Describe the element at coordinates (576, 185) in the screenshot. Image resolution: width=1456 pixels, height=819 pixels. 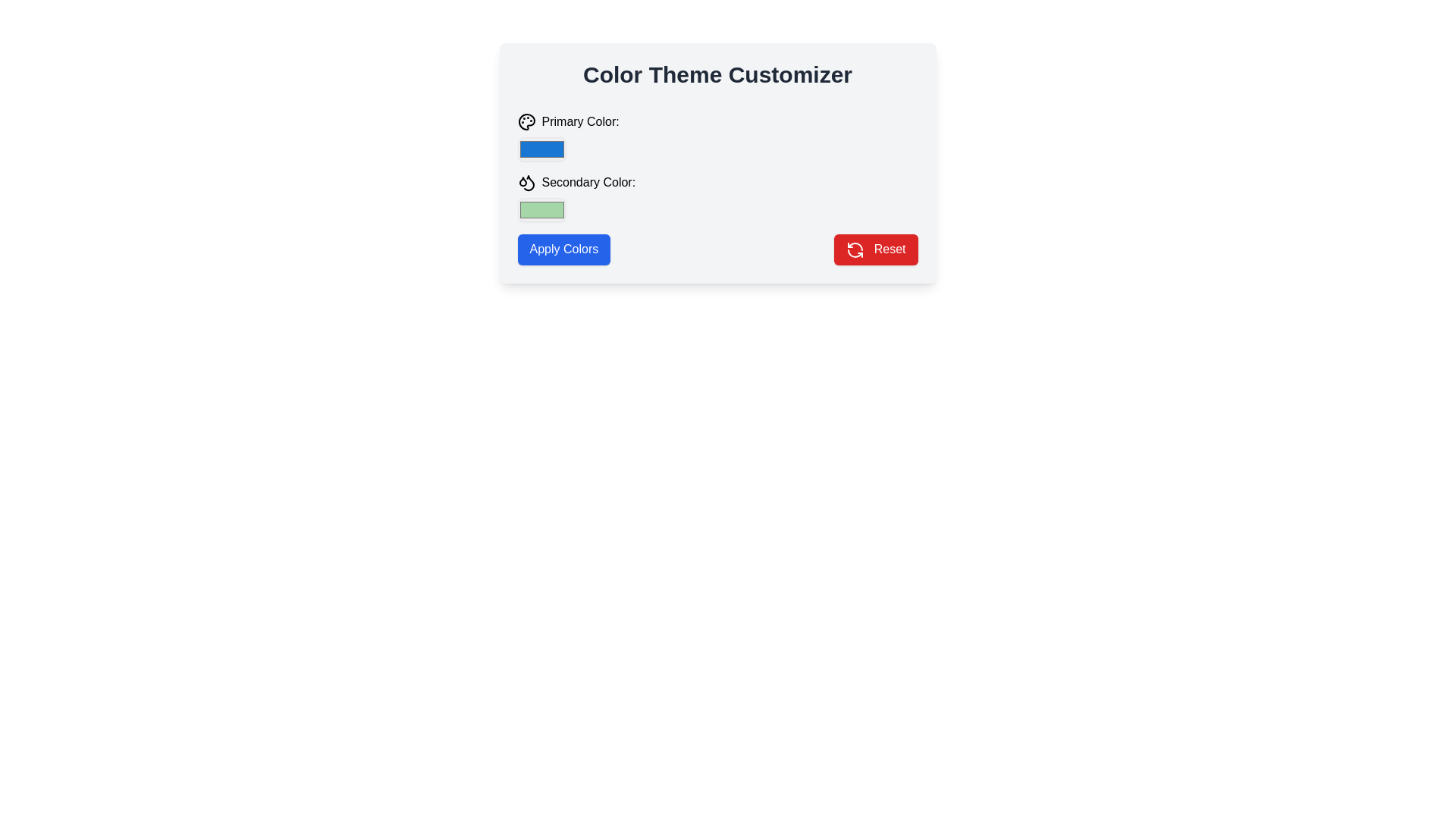
I see `the text label identifying the secondary color selection in the 'Color Theme Customizer' section, positioned below the 'Primary Color:' label and preceding the color picker box` at that location.